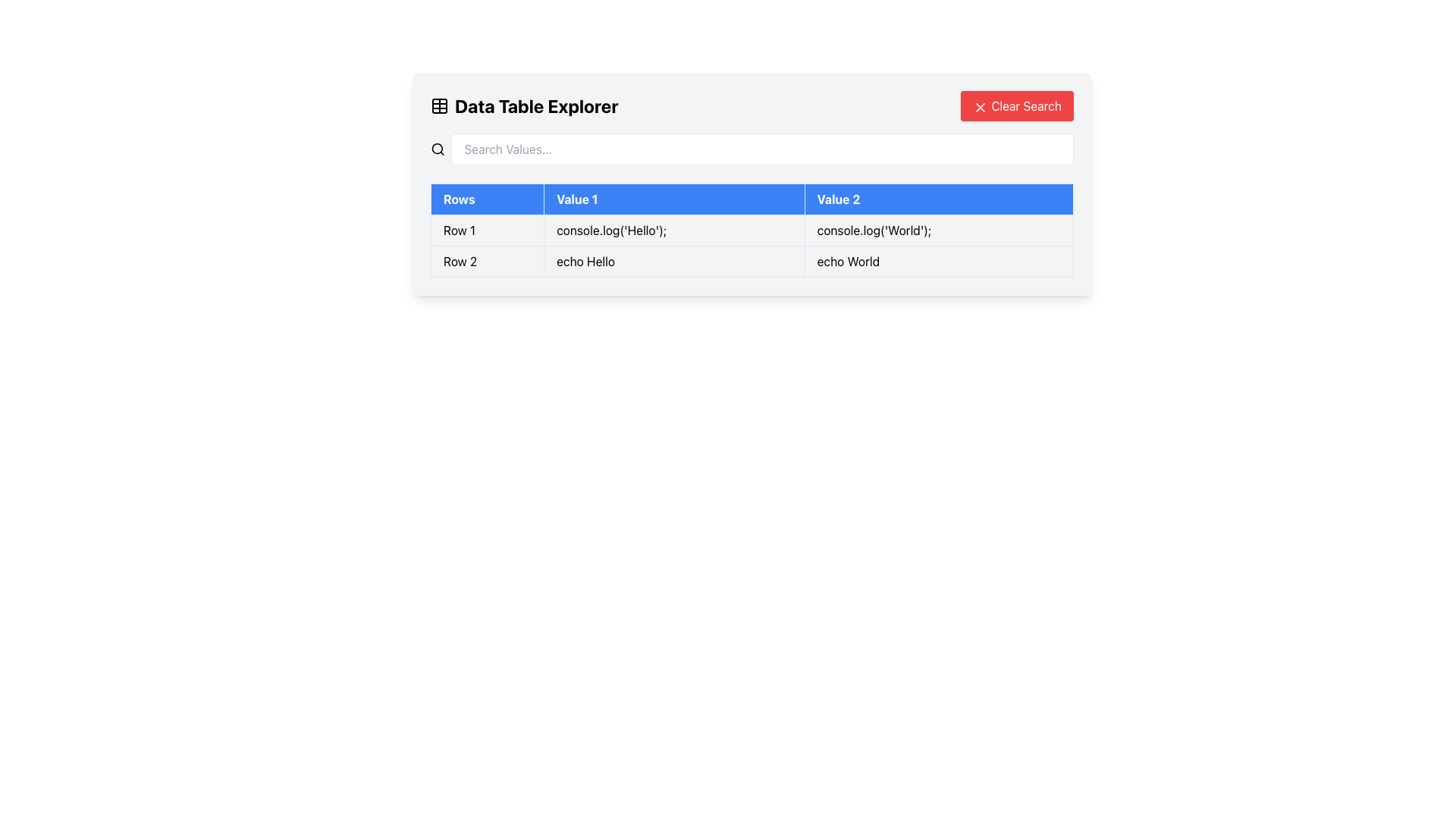 The image size is (1456, 819). What do you see at coordinates (752, 260) in the screenshot?
I see `the second data row labeled 'Row 2' in the table, which contains the texts 'echo Hello' and 'echo World'` at bounding box center [752, 260].